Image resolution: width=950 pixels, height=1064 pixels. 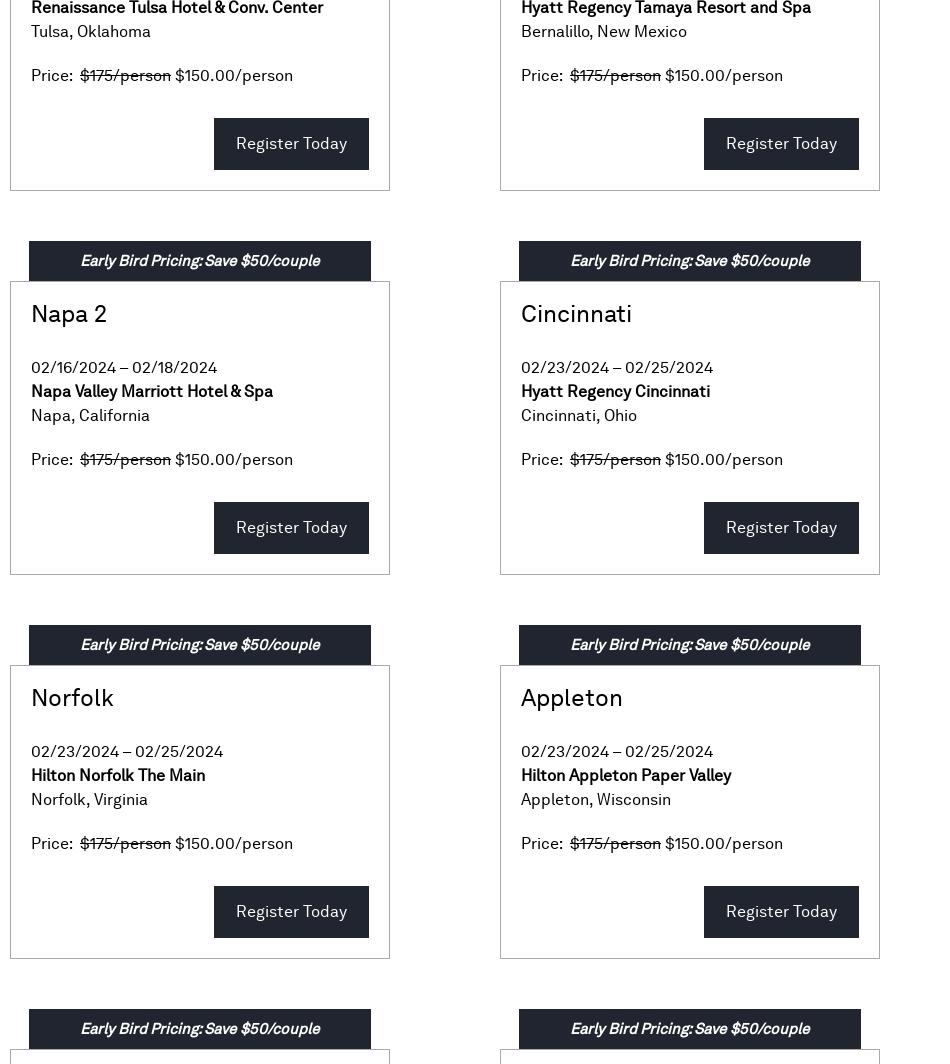 I want to click on 'Hilton Norfolk The Main', so click(x=117, y=775).